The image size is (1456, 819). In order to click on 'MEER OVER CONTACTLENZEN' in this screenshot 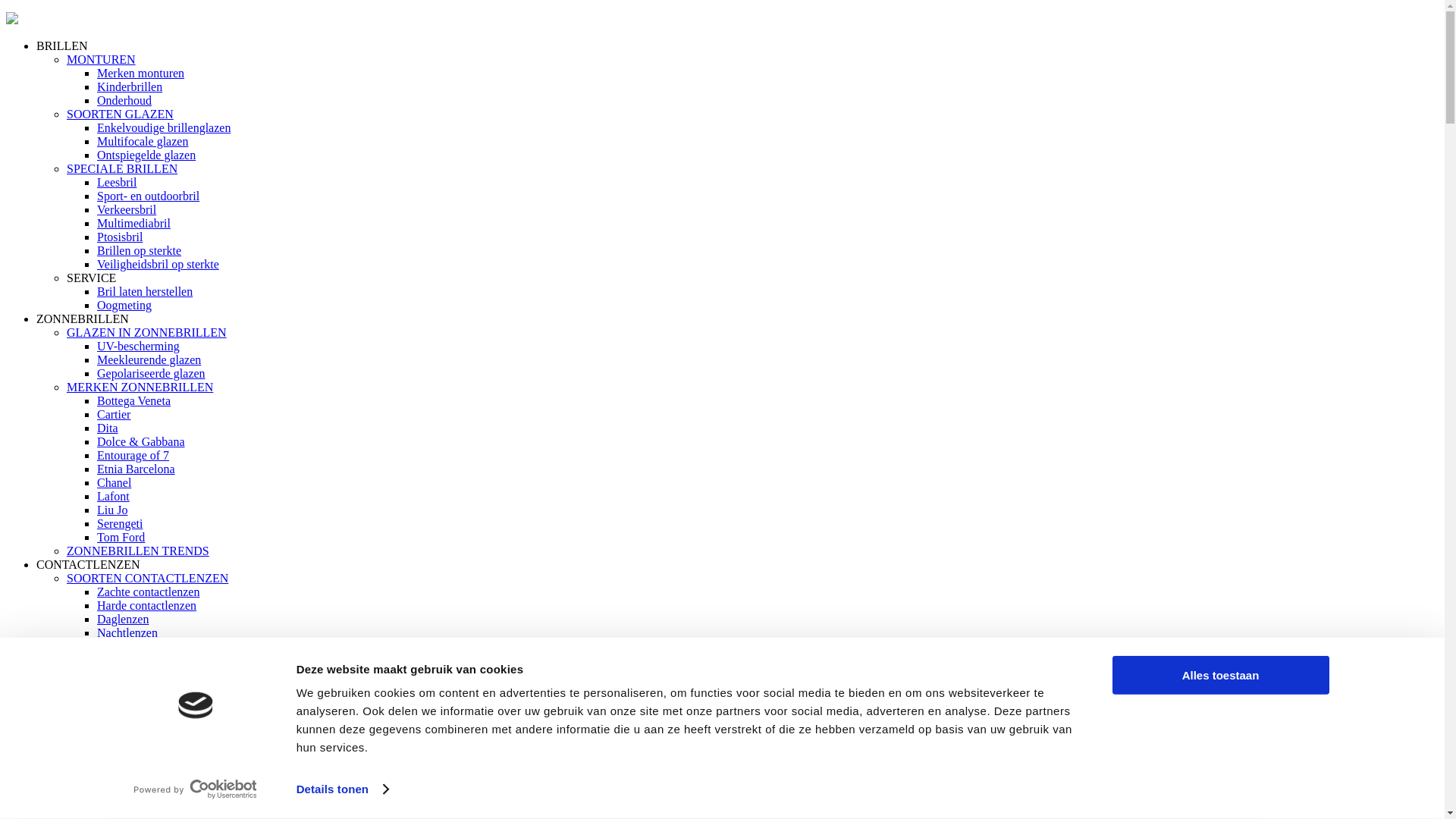, I will do `click(65, 701)`.